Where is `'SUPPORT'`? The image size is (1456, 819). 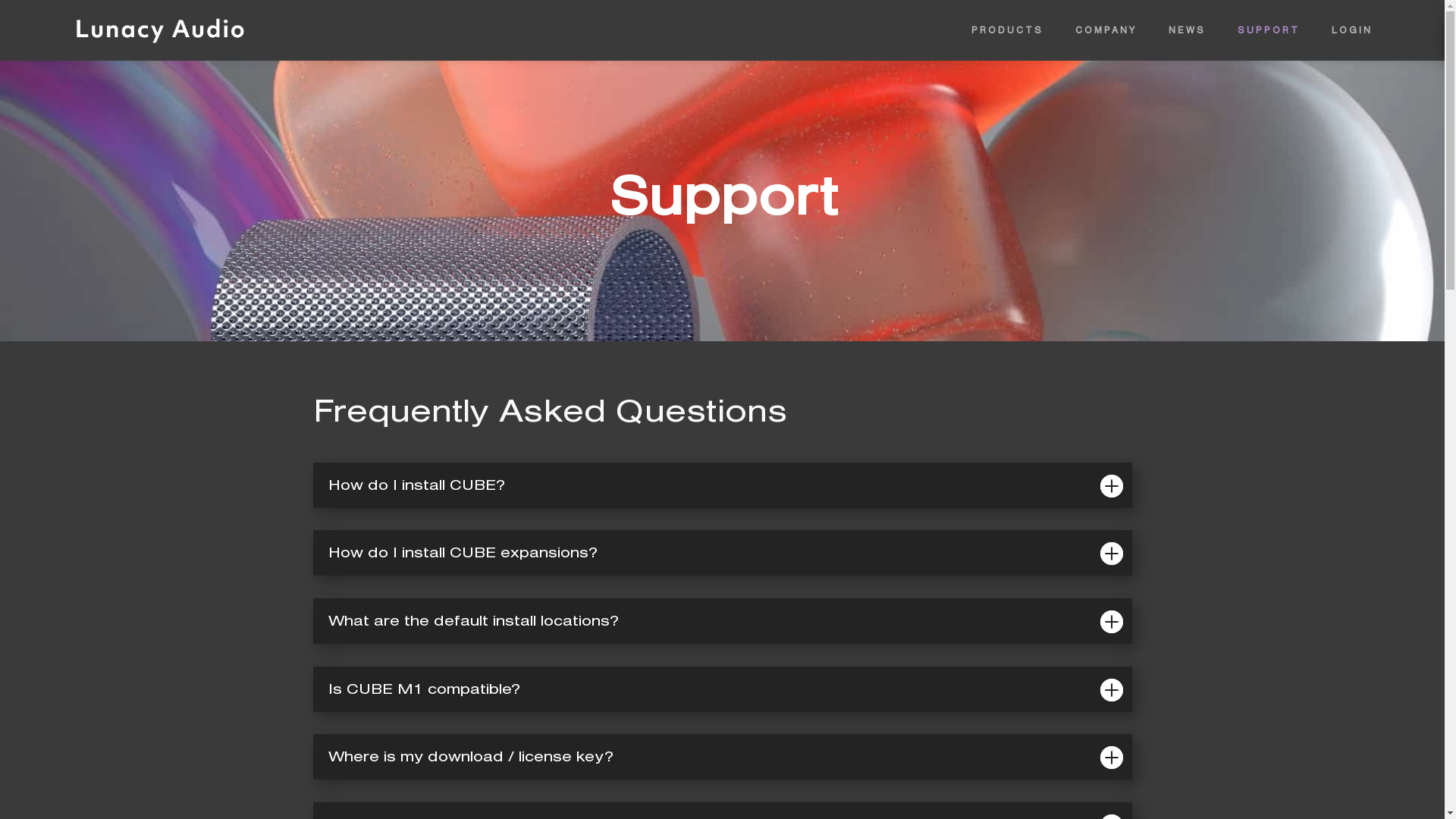
'SUPPORT' is located at coordinates (1269, 30).